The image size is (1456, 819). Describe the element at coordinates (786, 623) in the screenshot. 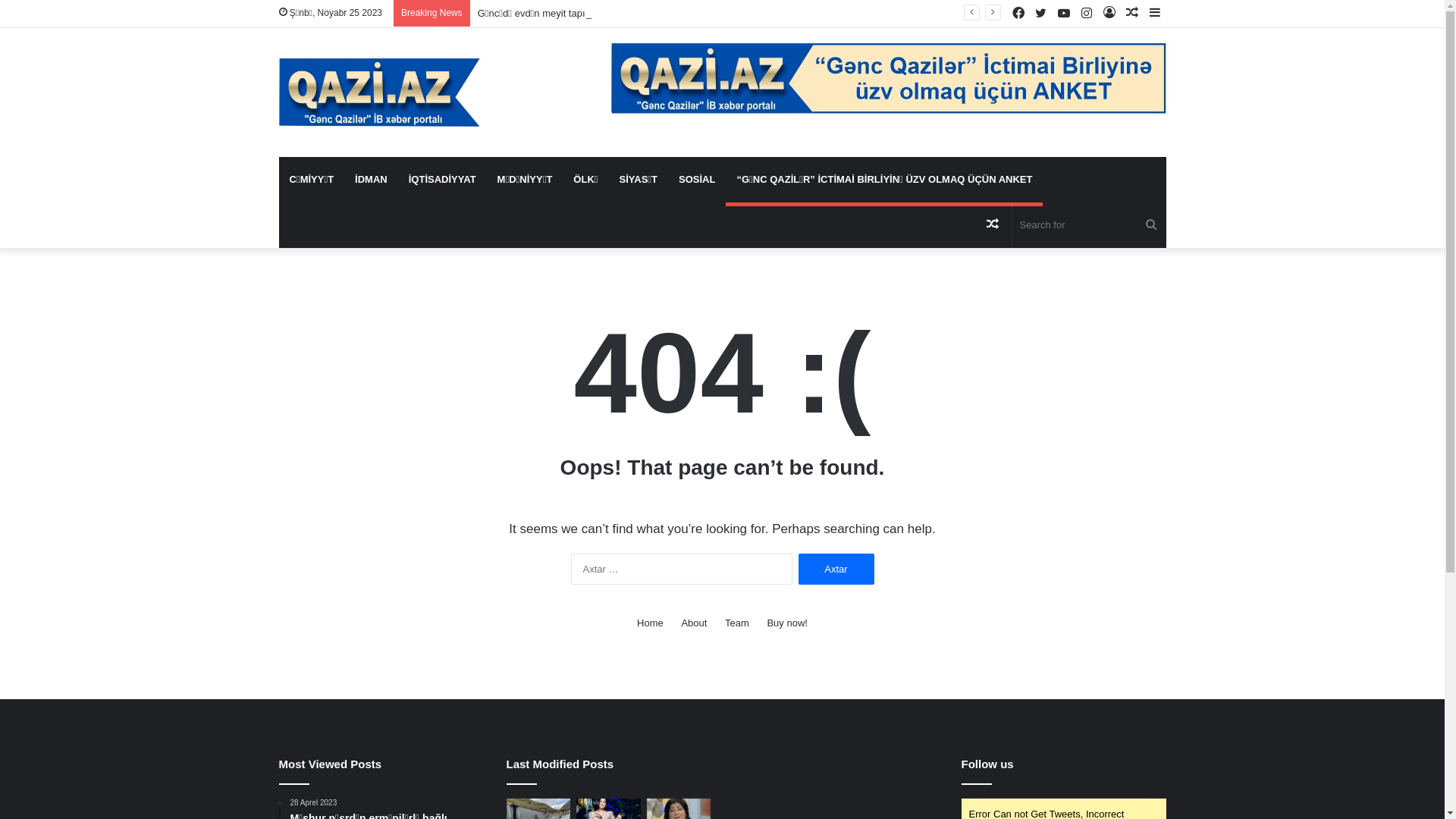

I see `'Buy now!'` at that location.